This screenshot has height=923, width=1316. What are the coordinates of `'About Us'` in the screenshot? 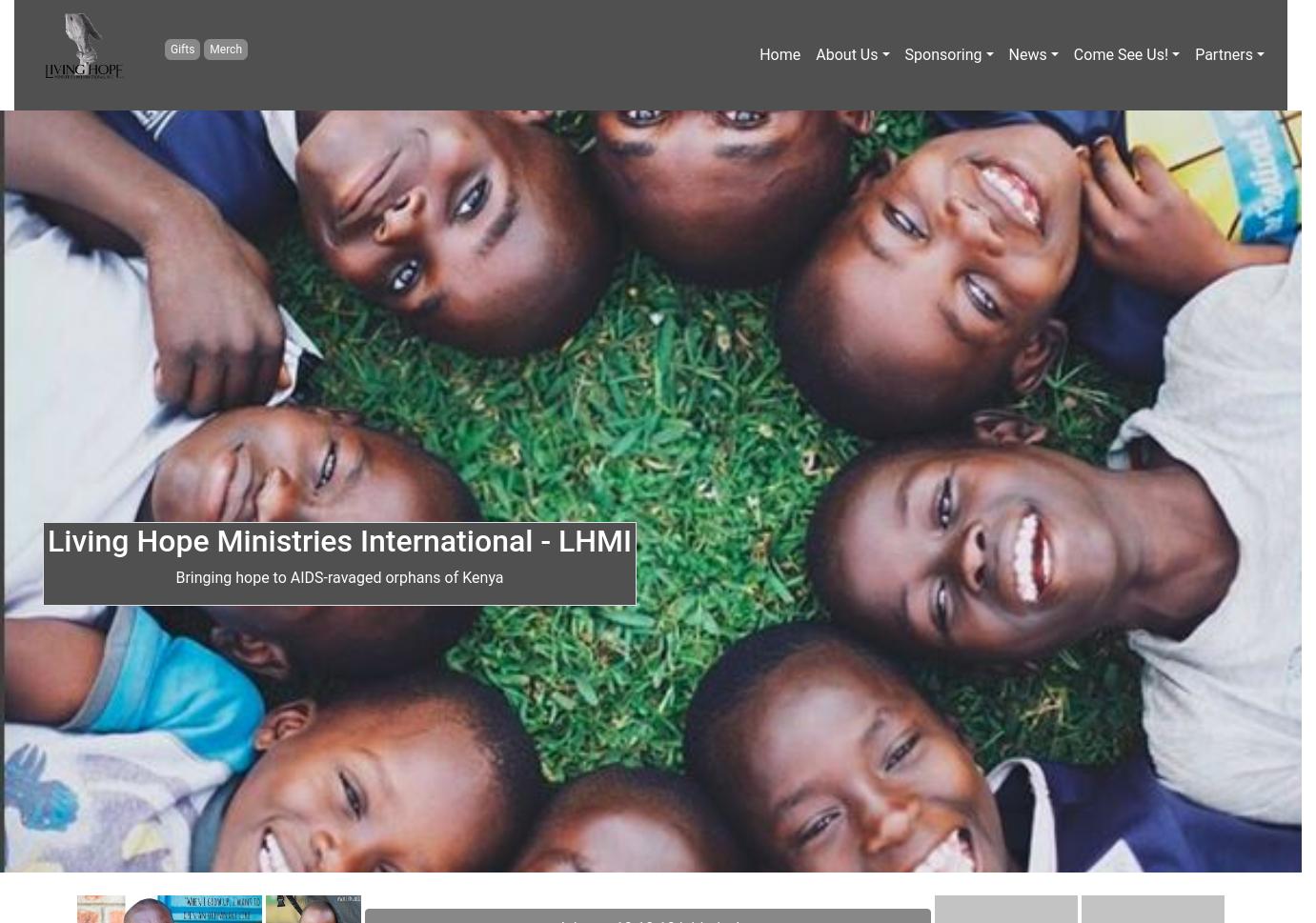 It's located at (846, 53).